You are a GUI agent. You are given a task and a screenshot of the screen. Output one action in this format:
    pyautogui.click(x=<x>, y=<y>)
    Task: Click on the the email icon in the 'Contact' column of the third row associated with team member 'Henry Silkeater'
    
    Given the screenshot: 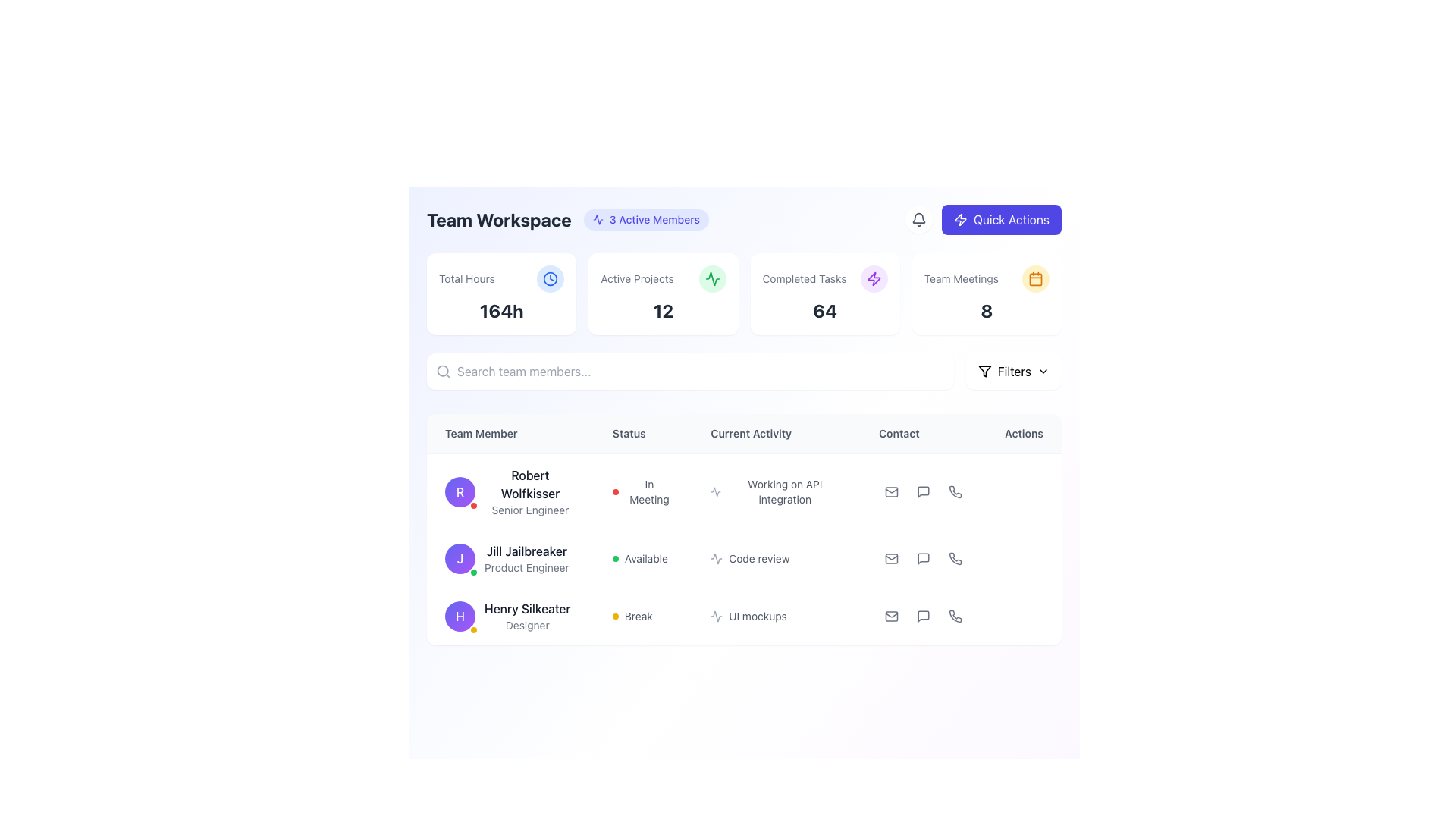 What is the action you would take?
    pyautogui.click(x=892, y=617)
    